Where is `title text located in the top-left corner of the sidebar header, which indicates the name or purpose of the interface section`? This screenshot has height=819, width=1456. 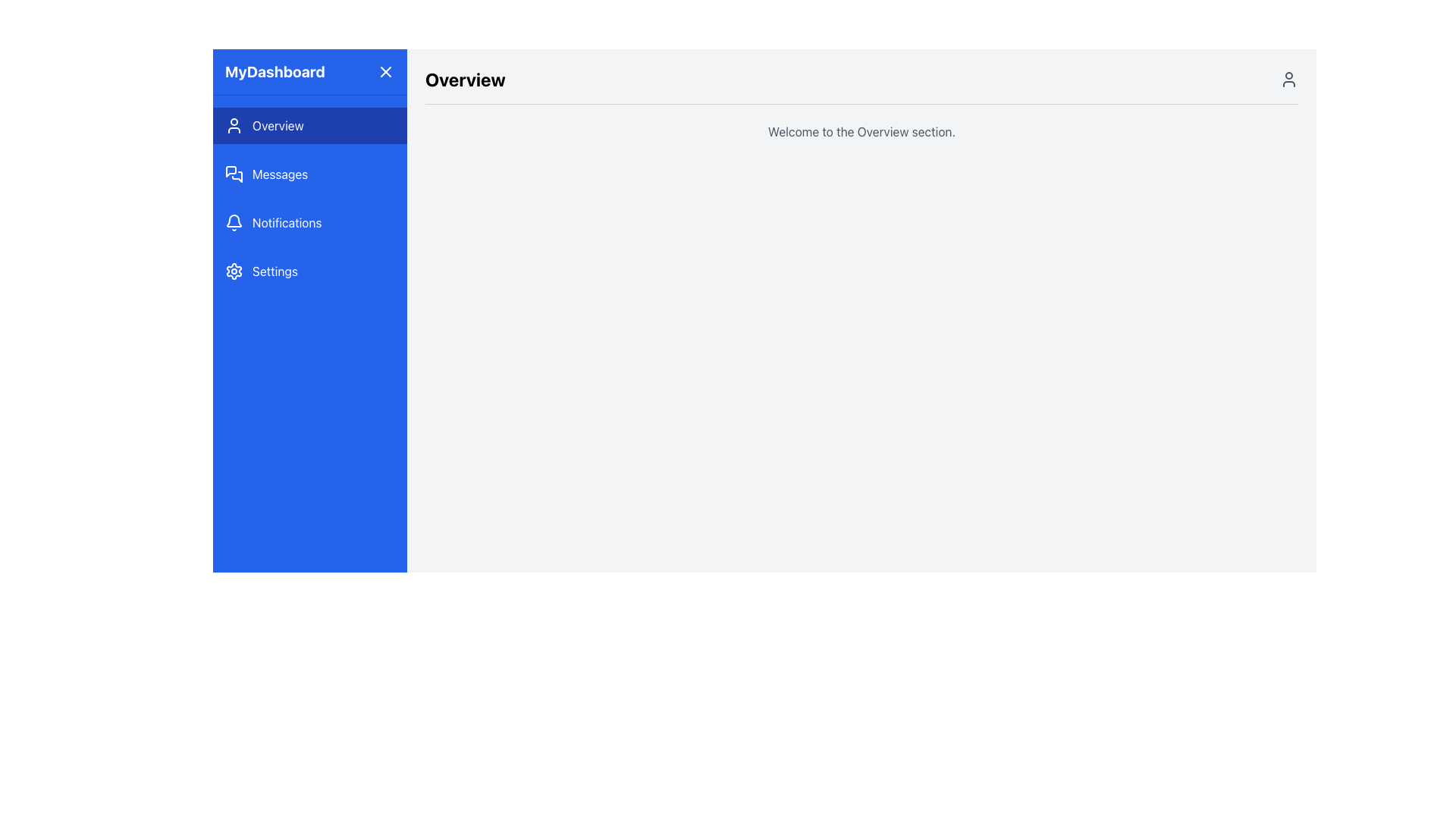
title text located in the top-left corner of the sidebar header, which indicates the name or purpose of the interface section is located at coordinates (275, 72).